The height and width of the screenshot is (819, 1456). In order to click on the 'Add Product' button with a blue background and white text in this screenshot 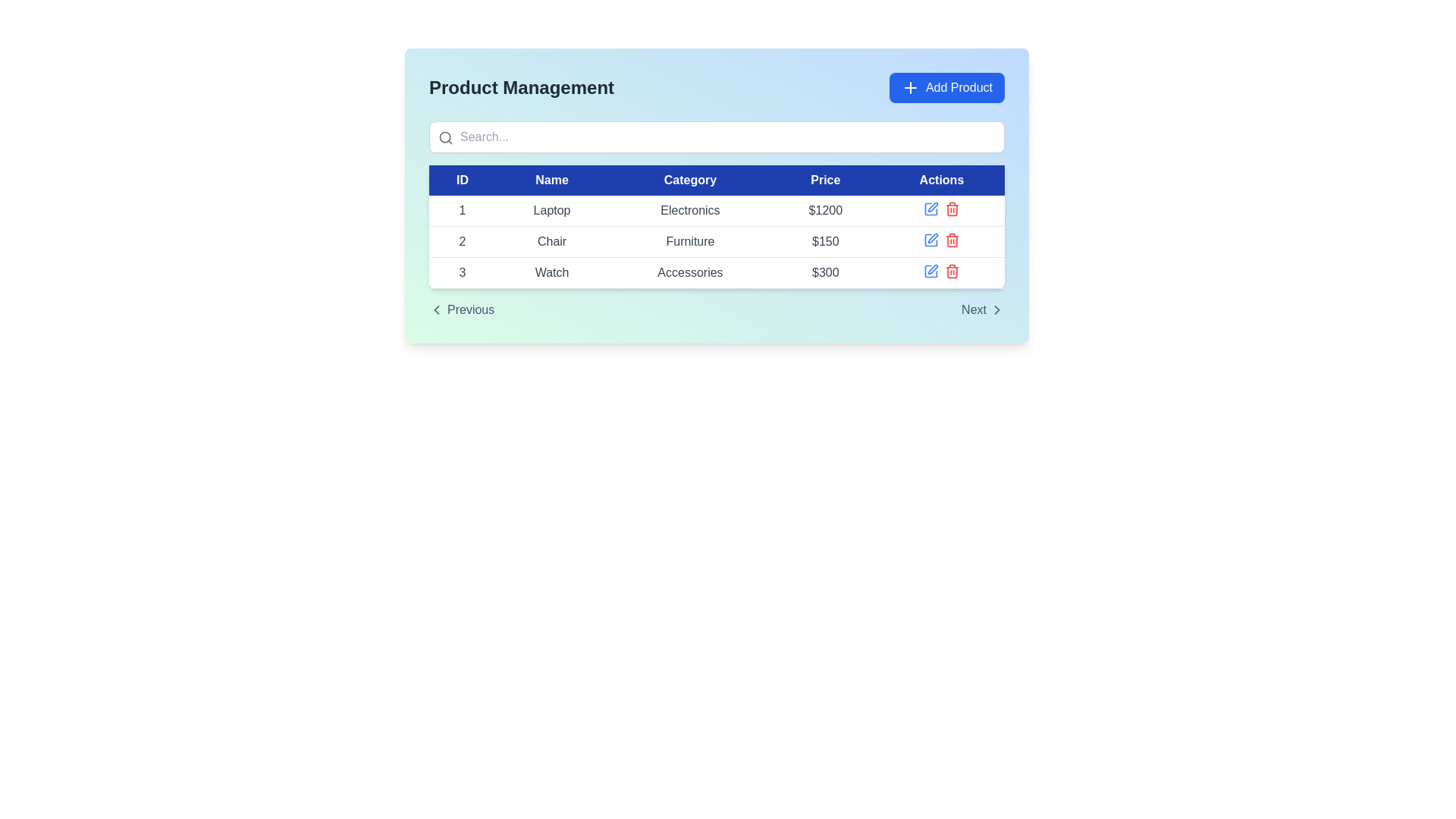, I will do `click(946, 87)`.